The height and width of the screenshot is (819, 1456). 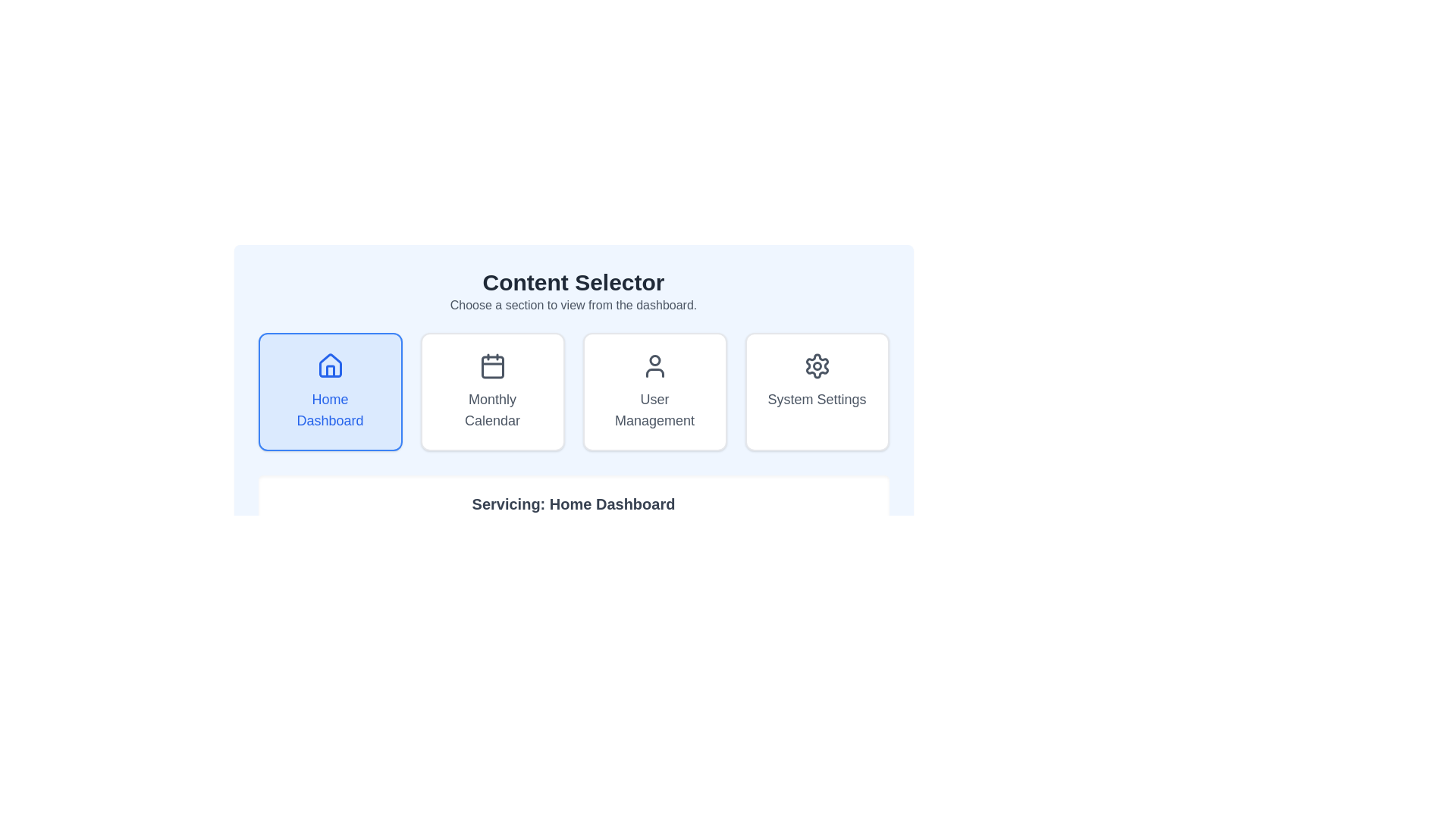 What do you see at coordinates (654, 360) in the screenshot?
I see `the circular SVG graphic element representing the head in the user management icon by clicking on its center` at bounding box center [654, 360].